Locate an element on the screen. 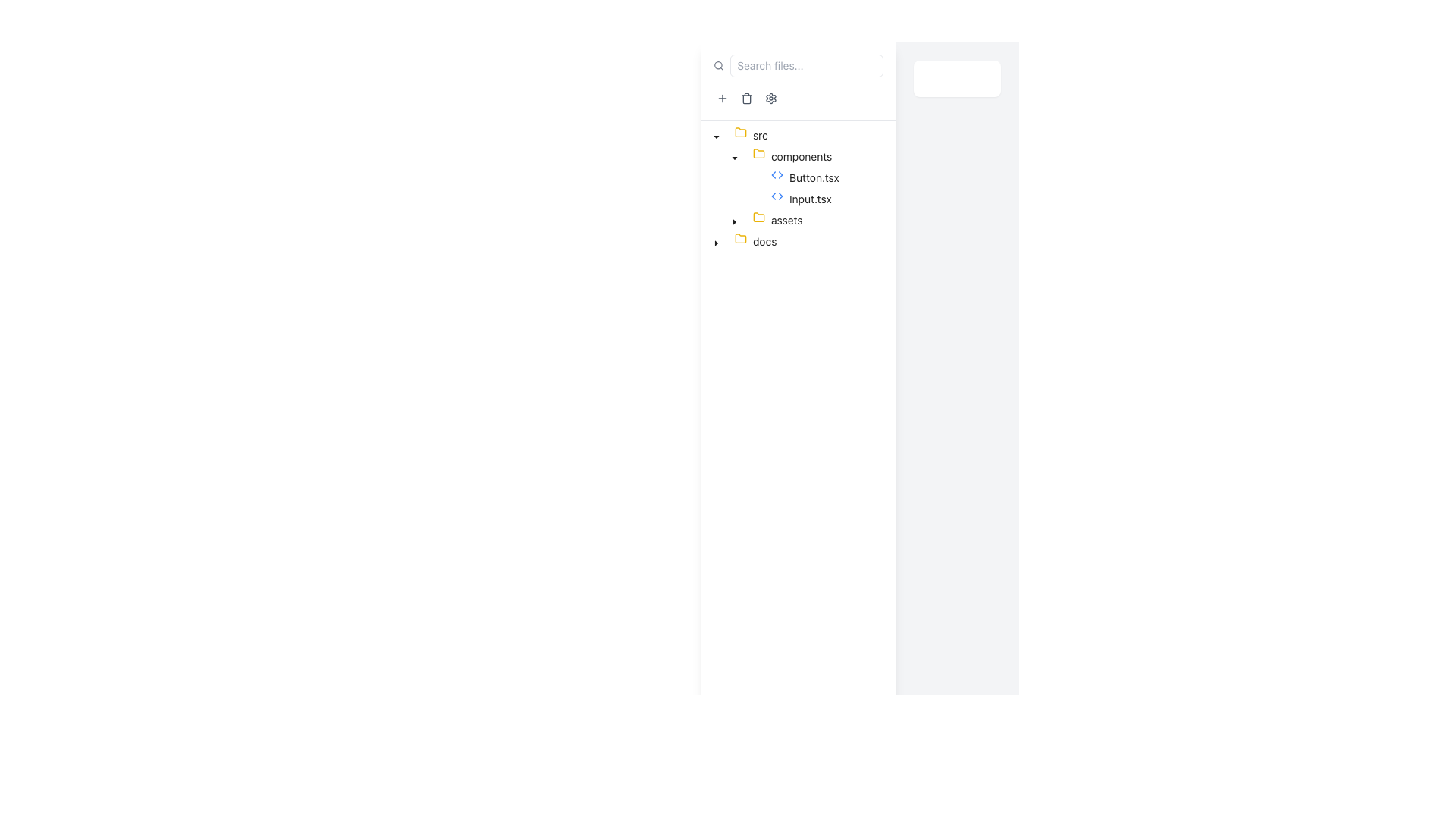 The height and width of the screenshot is (819, 1456). the folder icon representing 'assets' in the tree structure of the file hierarchy is located at coordinates (759, 217).